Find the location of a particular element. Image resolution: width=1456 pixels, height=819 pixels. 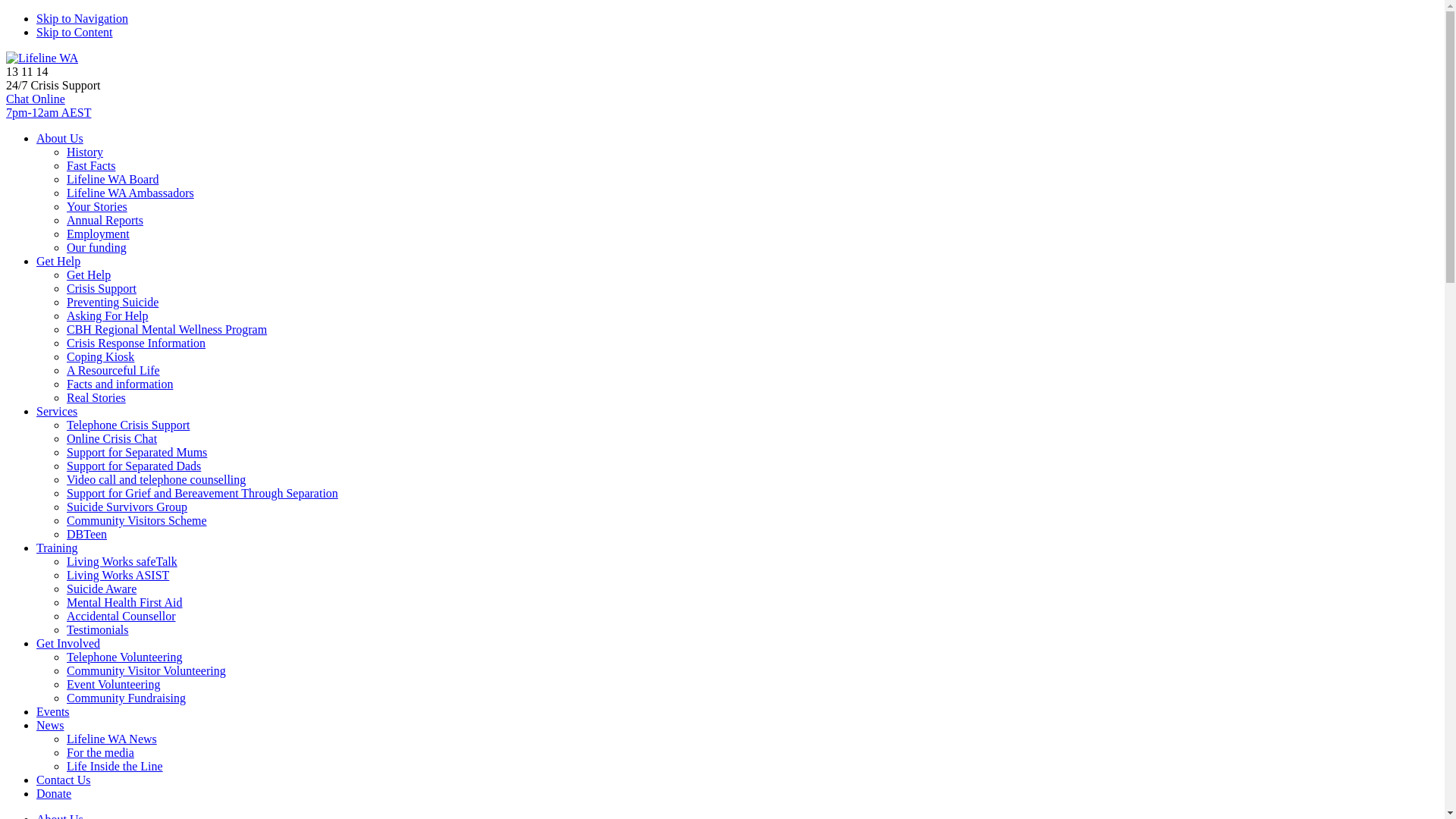

'Living Works safeTalk' is located at coordinates (122, 561).